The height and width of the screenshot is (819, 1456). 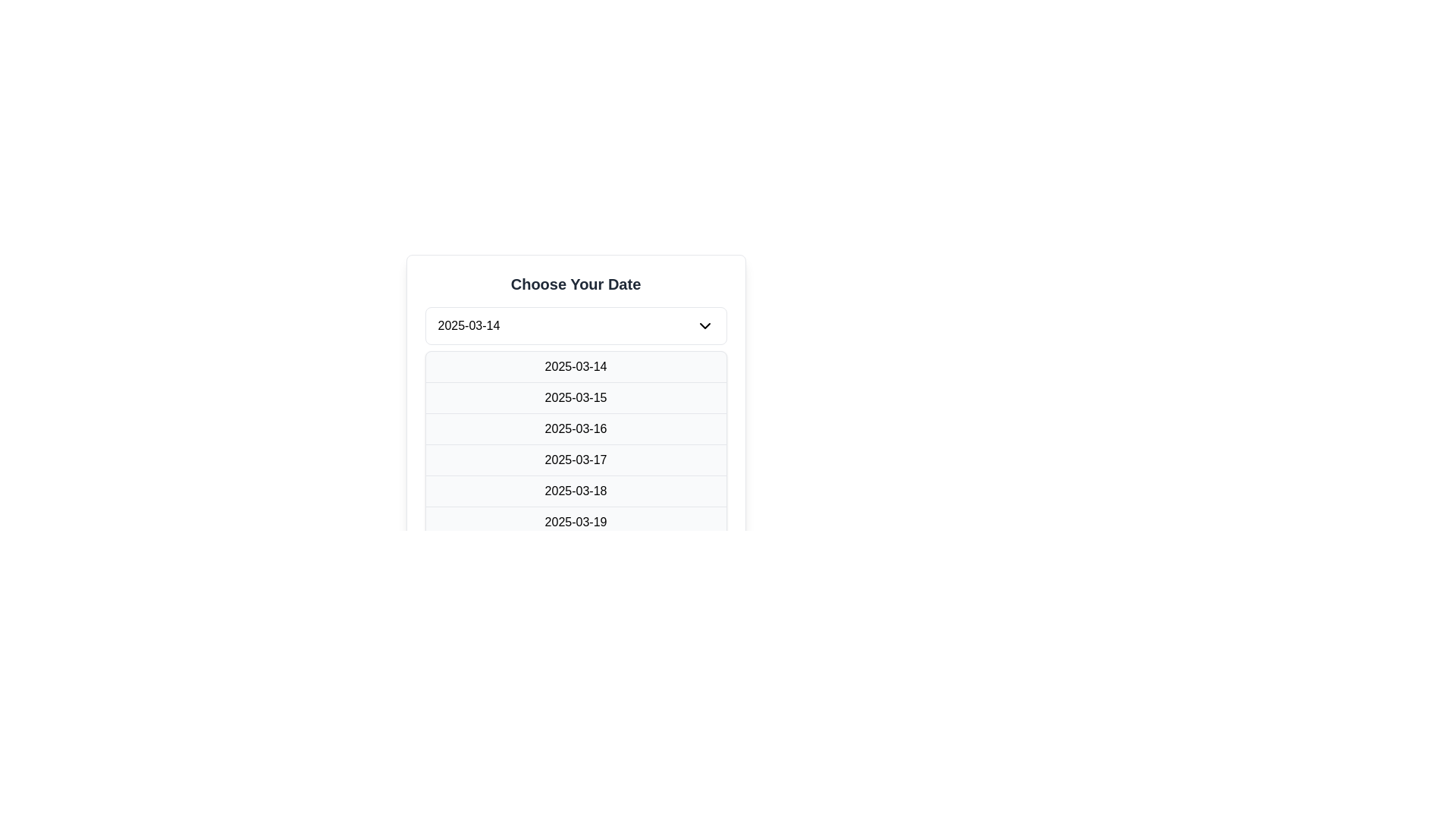 What do you see at coordinates (575, 284) in the screenshot?
I see `the static text label 'Choose Your Date' which is prominently displayed at the top of the card-like layout` at bounding box center [575, 284].